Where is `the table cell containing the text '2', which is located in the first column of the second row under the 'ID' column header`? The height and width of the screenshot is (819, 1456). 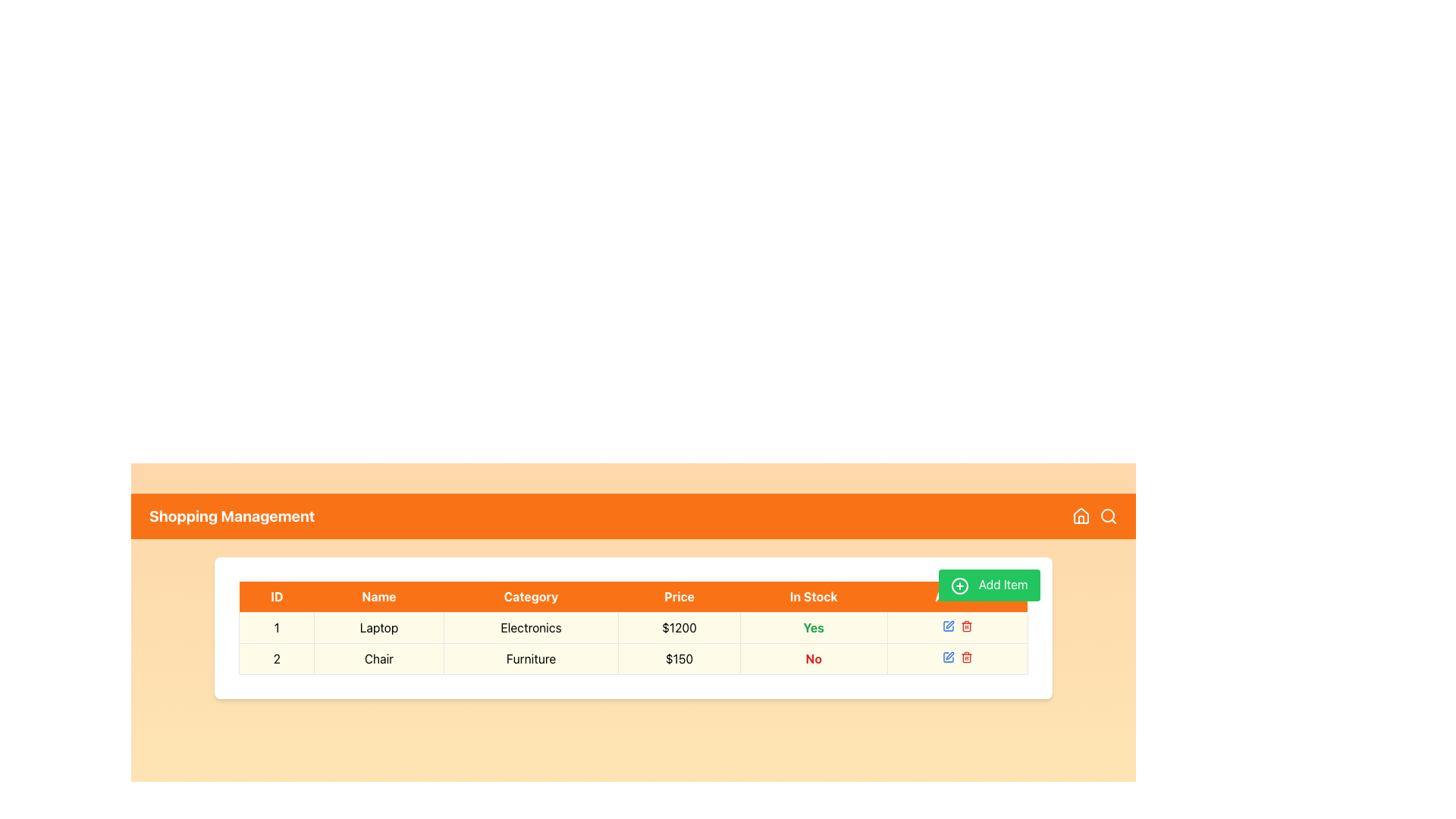 the table cell containing the text '2', which is located in the first column of the second row under the 'ID' column header is located at coordinates (277, 657).